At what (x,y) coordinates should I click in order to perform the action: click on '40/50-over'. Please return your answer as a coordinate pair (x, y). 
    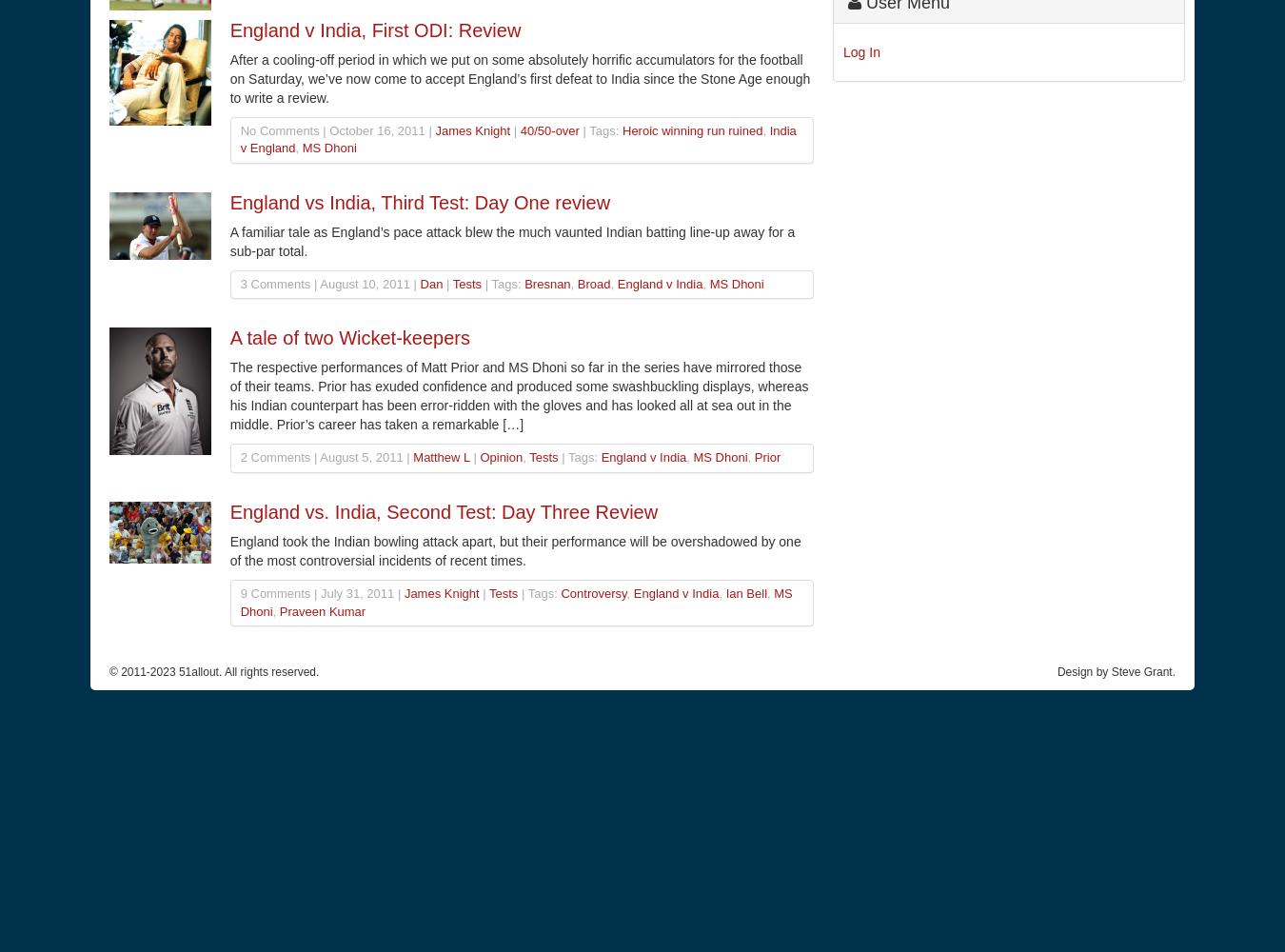
    Looking at the image, I should click on (518, 129).